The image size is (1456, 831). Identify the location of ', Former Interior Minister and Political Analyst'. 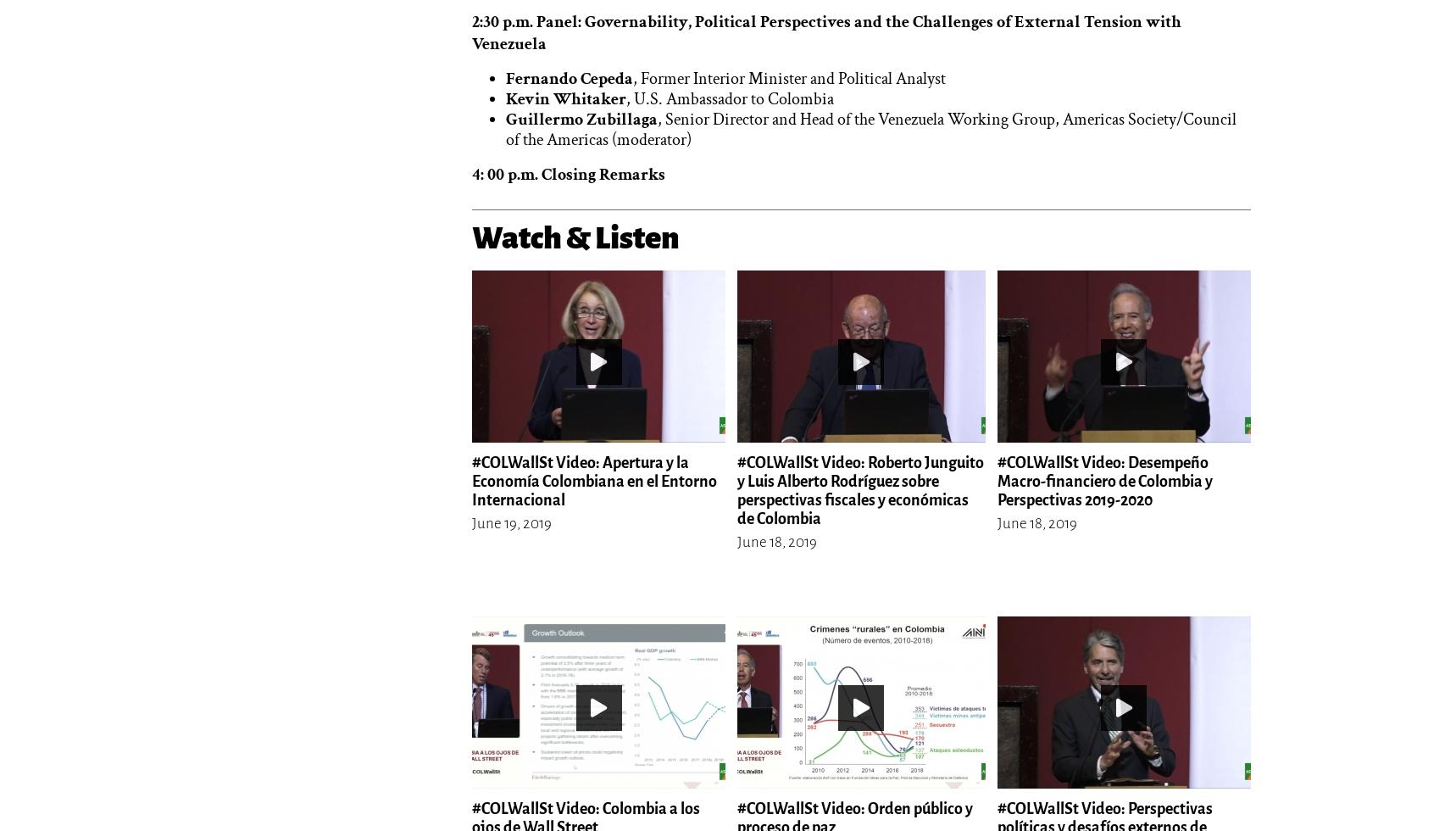
(788, 78).